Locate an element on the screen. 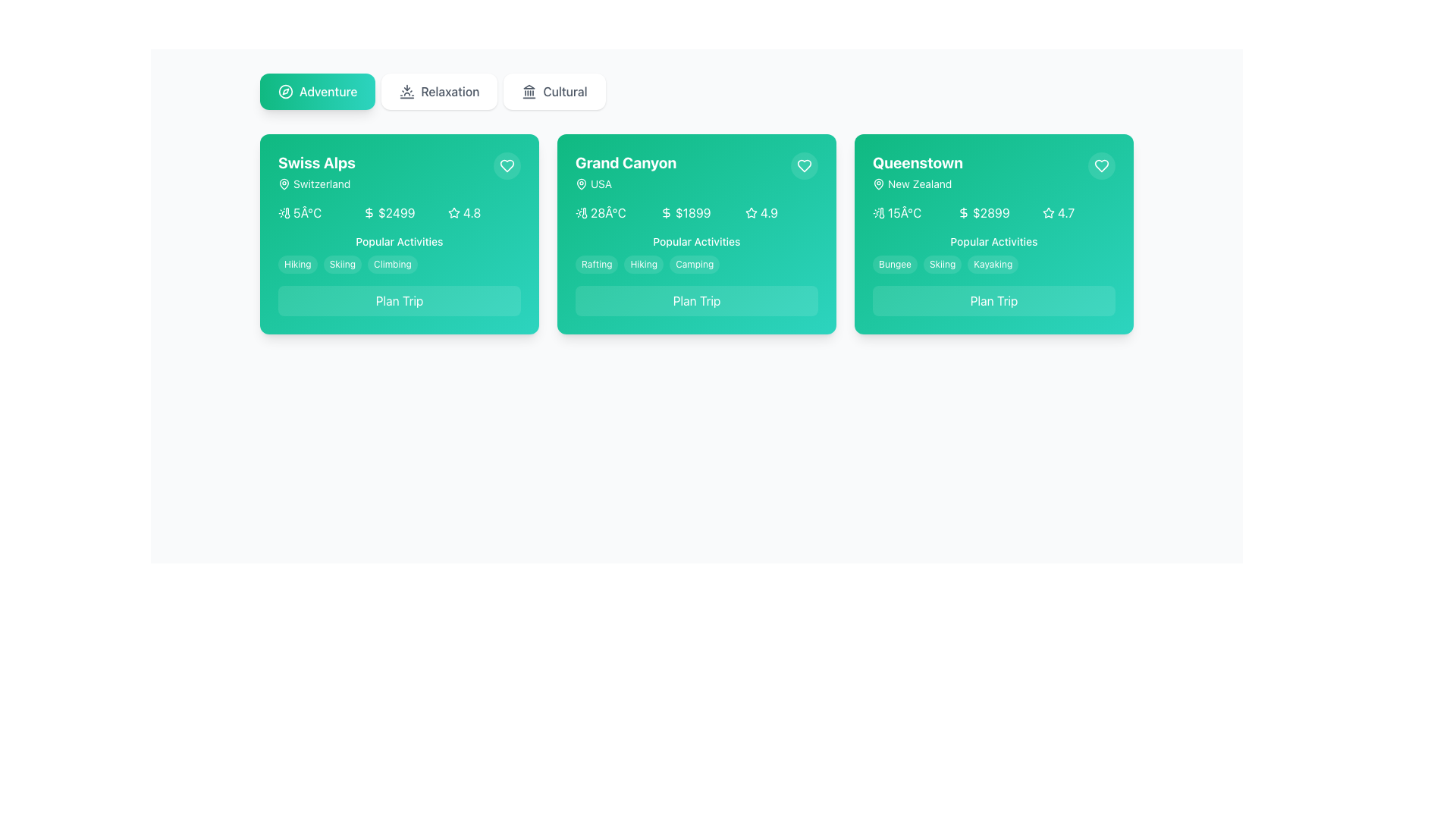 The width and height of the screenshot is (1456, 819). the third button in the horizontal list to filter content by cultural-based activities is located at coordinates (554, 91).